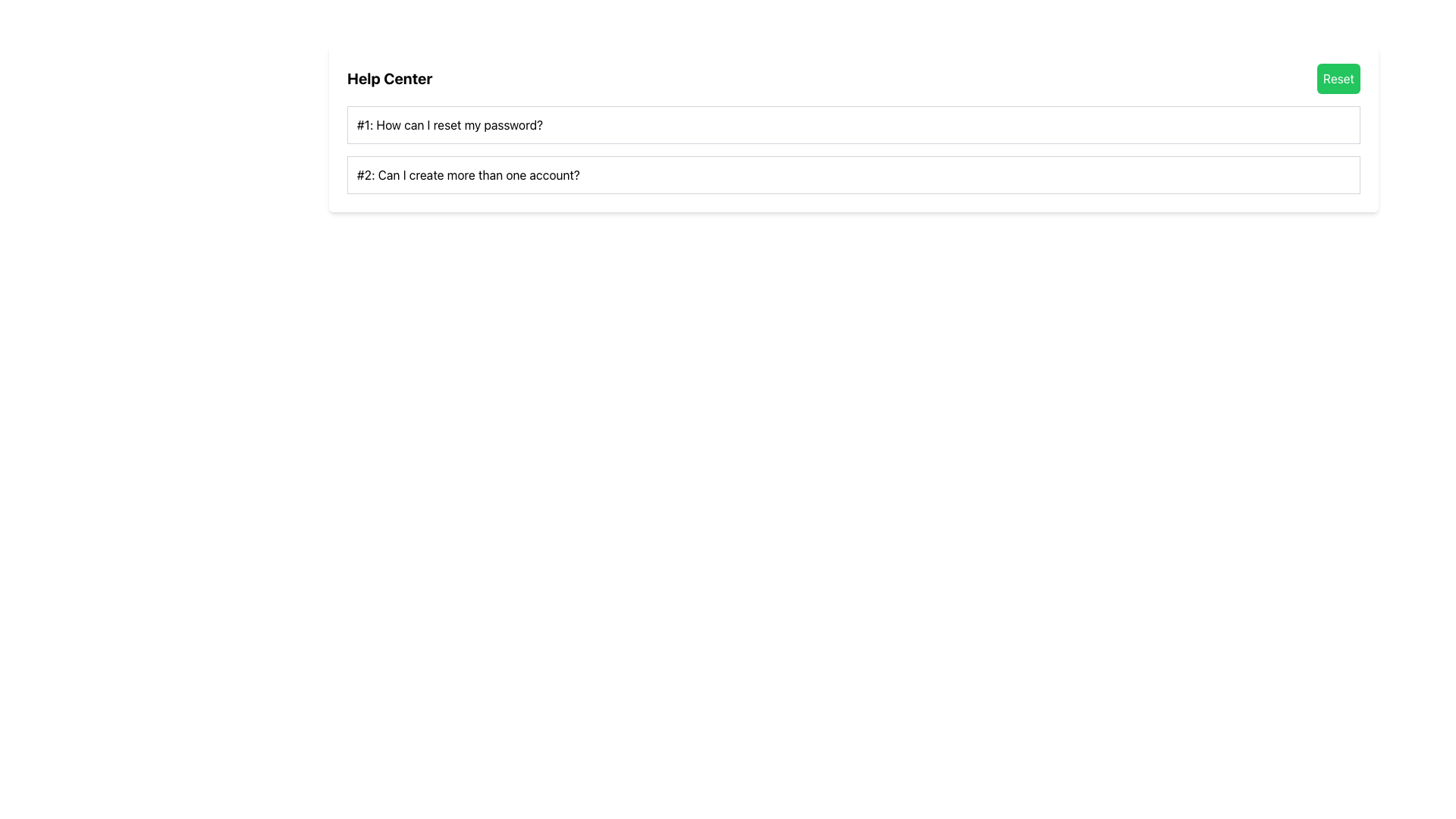  What do you see at coordinates (1338, 79) in the screenshot?
I see `the reset button located to the right of the 'Help Center' header` at bounding box center [1338, 79].